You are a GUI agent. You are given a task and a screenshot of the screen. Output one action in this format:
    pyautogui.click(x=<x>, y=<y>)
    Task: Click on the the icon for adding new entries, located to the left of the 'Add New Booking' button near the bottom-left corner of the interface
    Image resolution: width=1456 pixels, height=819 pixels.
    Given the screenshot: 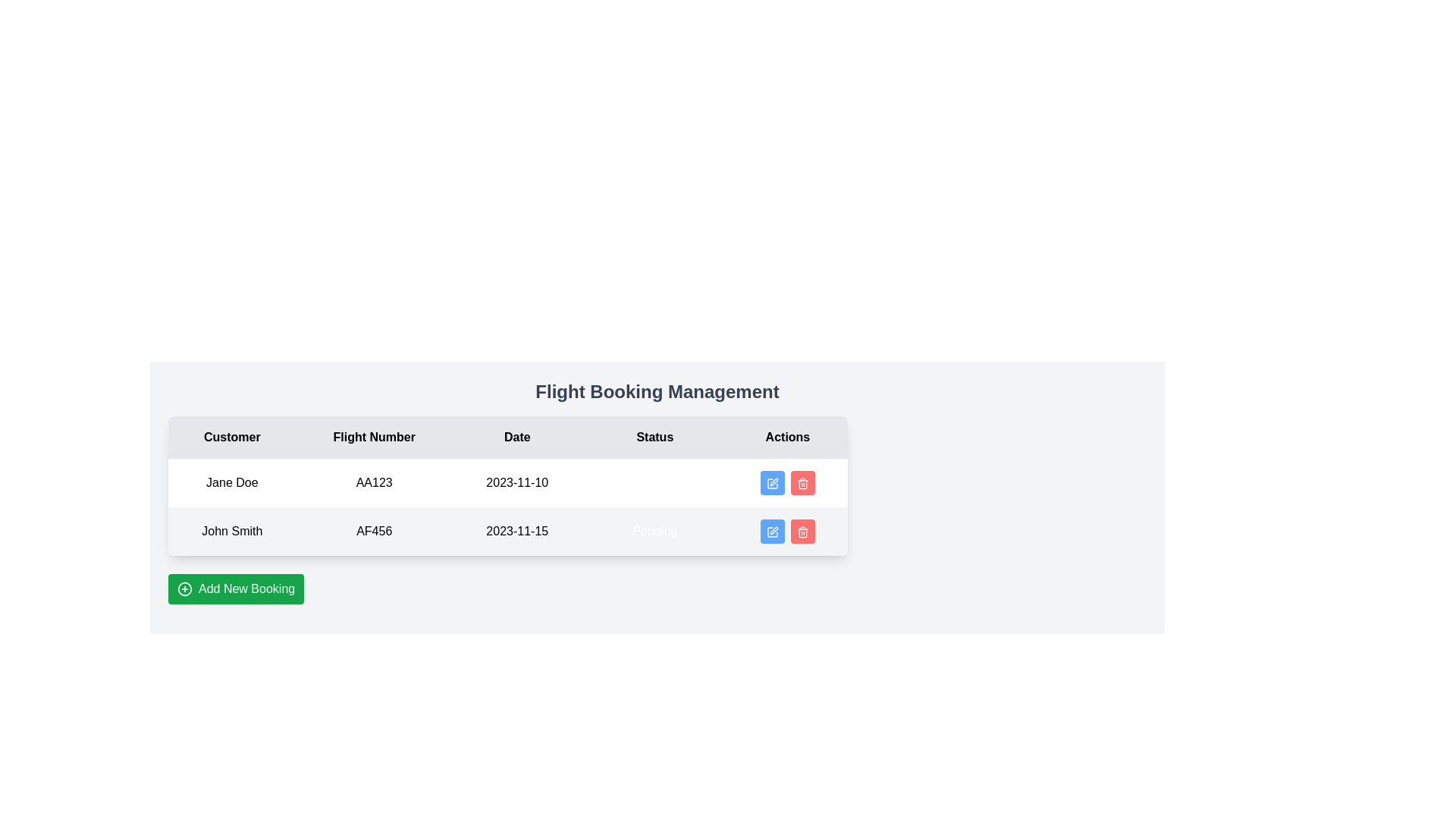 What is the action you would take?
    pyautogui.click(x=184, y=588)
    